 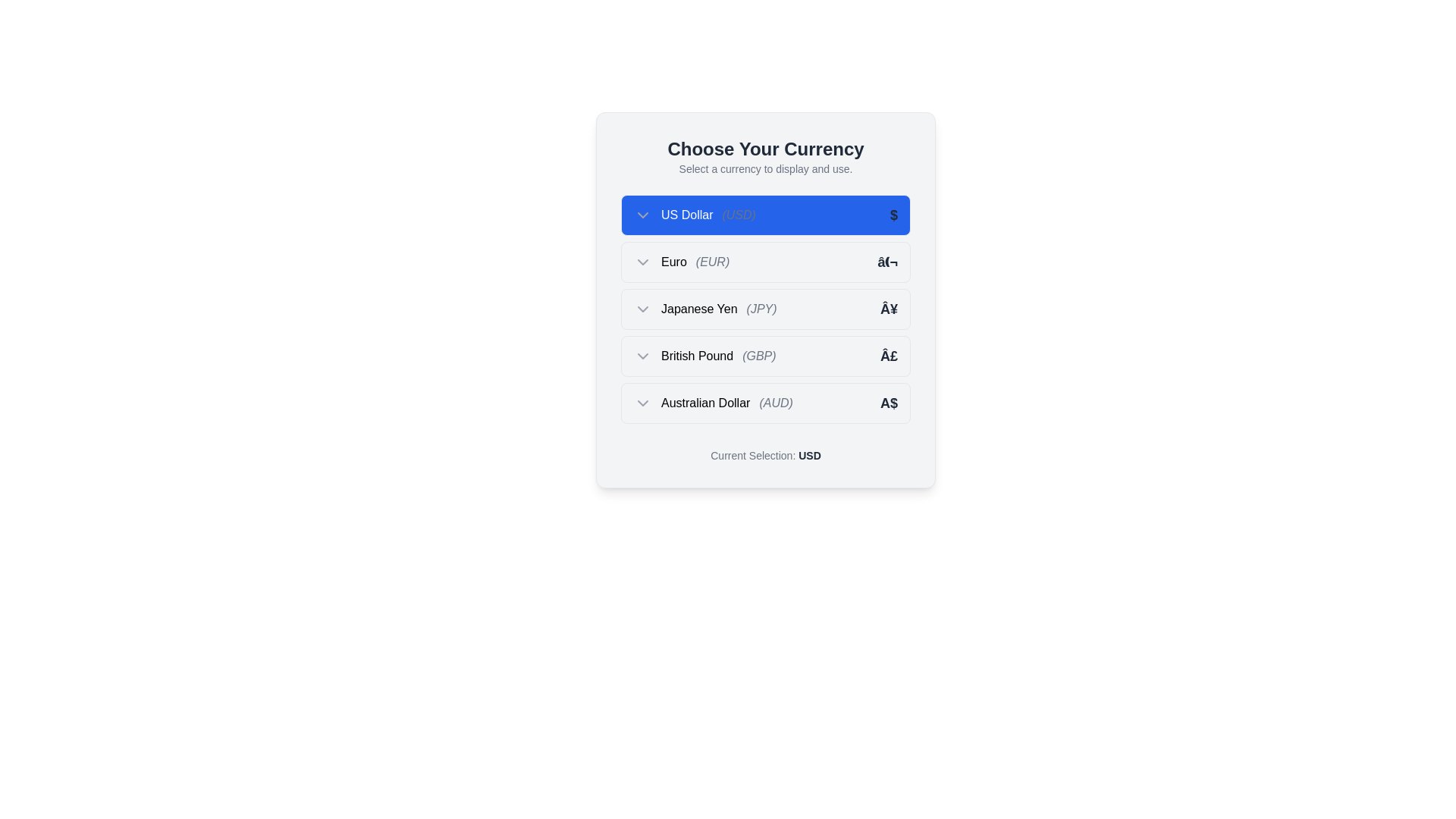 I want to click on the static text label indicating the currency code 'EUR' for the Euro currency, which is positioned immediately to the right of the word 'Euro' in the second row of the currency selection list, so click(x=712, y=262).